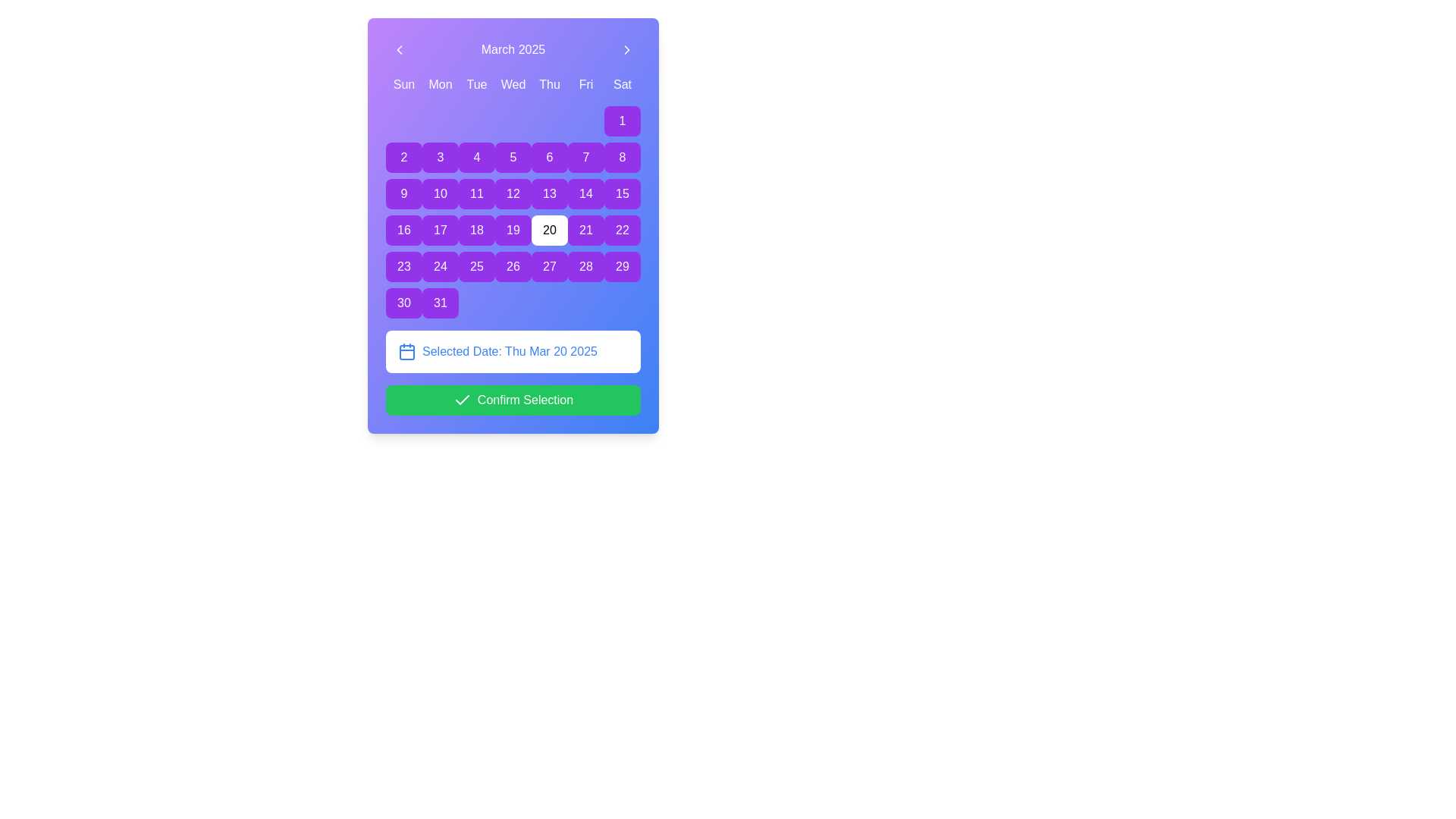  Describe the element at coordinates (475, 158) in the screenshot. I see `the button representing the date '4'` at that location.